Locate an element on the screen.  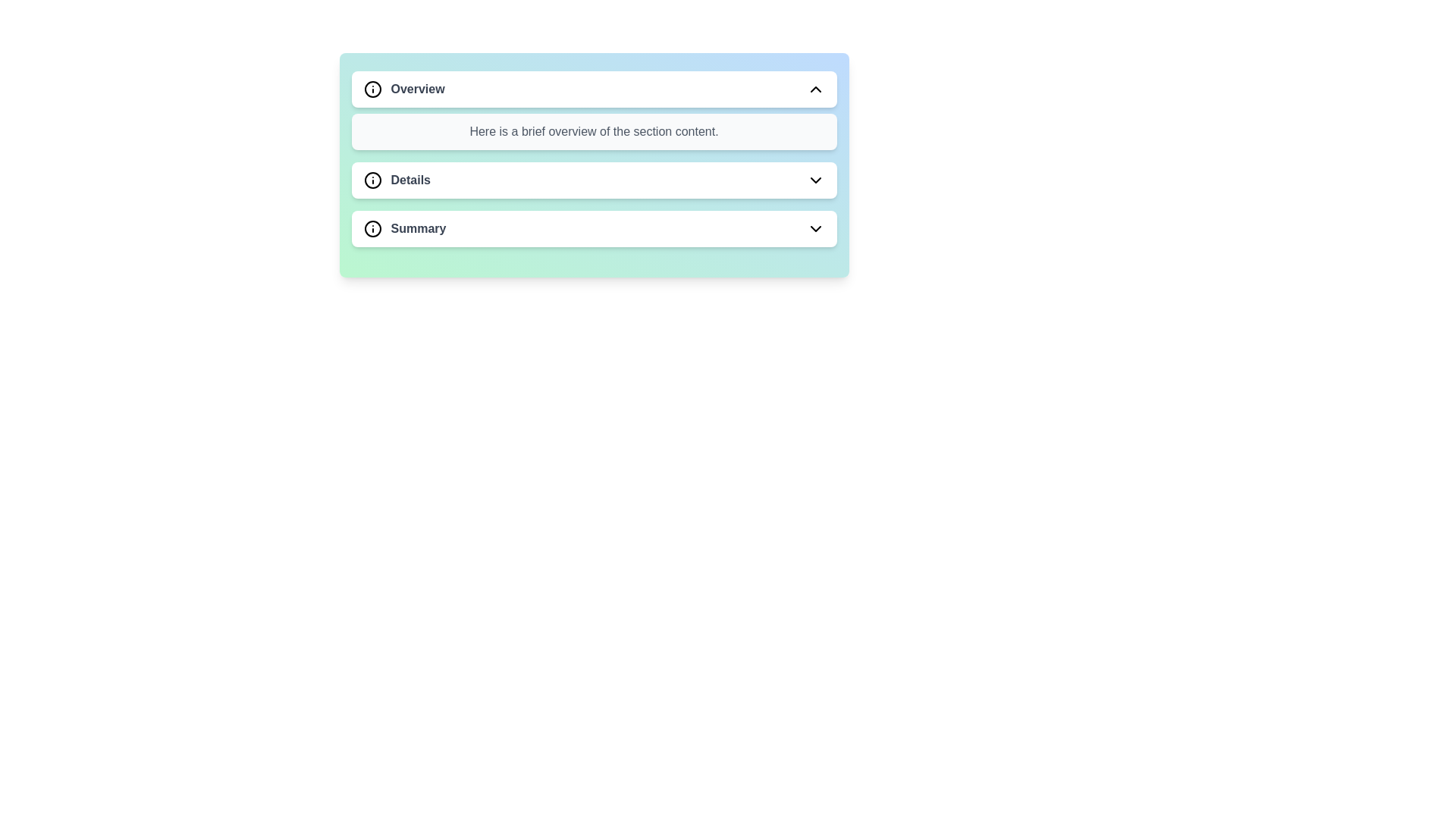
the SVG icon located at the left-most position in the header of the 'Overview' section, which is vertically centered and precedes the text 'Overview' is located at coordinates (372, 89).